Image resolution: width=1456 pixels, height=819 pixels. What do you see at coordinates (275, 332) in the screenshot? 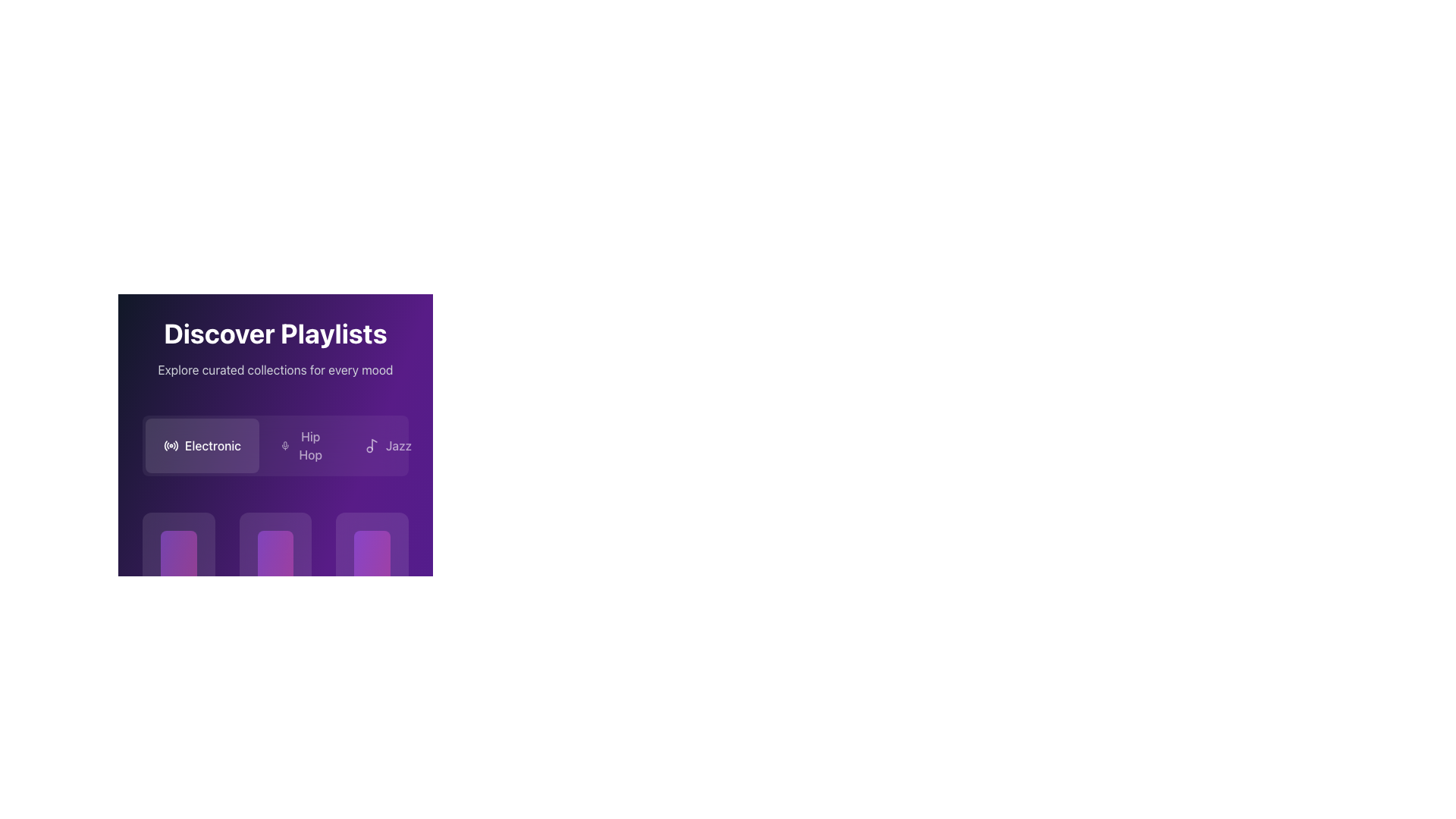
I see `heading text located at the top-center of the interface, which serves as a title or headline for the feature being introduced` at bounding box center [275, 332].